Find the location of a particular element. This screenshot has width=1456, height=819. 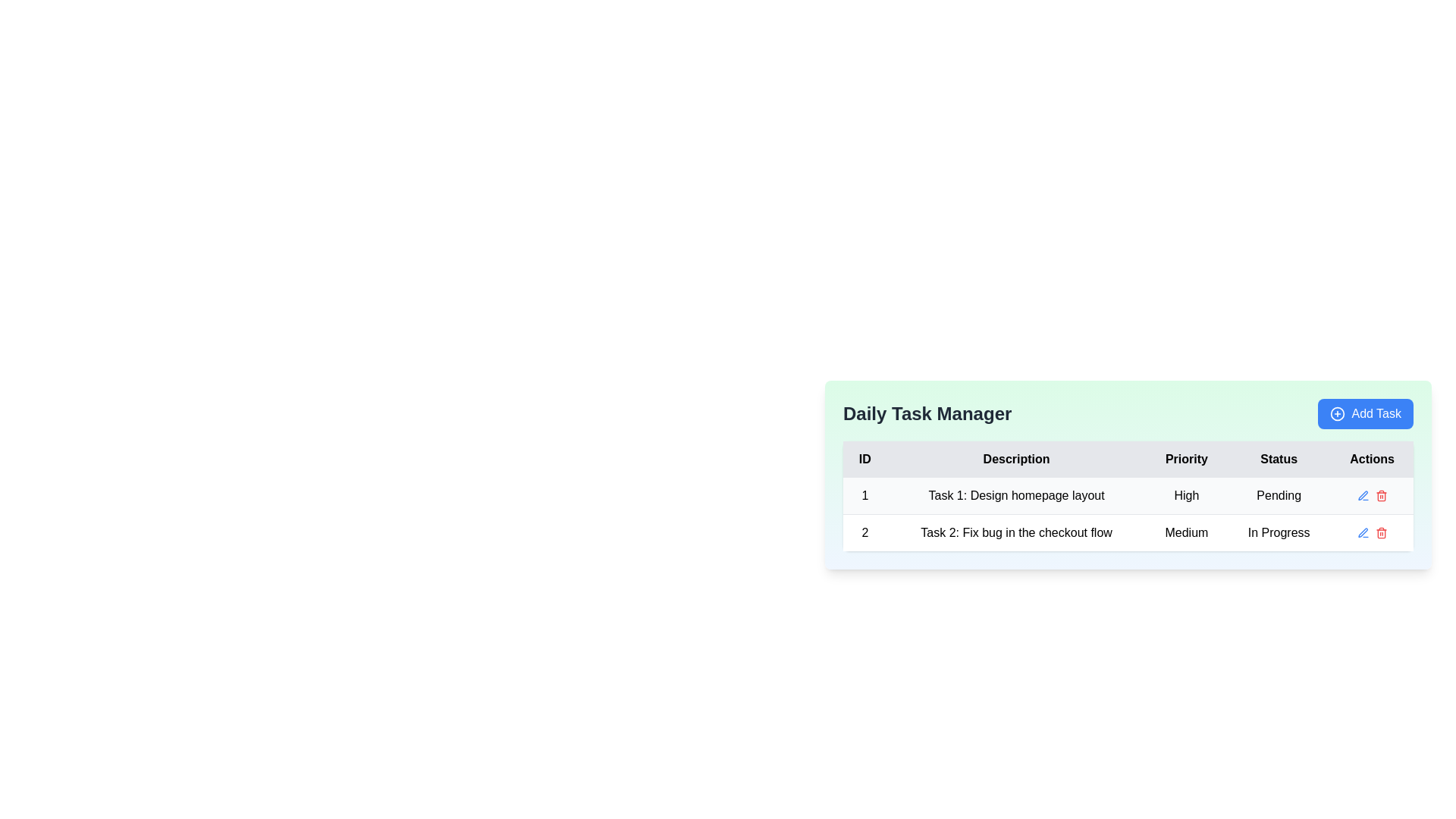

the 'High' priority text label located in the third column of the first row of the 'Daily Task Manager' table, which is under the 'Priority' header is located at coordinates (1185, 496).